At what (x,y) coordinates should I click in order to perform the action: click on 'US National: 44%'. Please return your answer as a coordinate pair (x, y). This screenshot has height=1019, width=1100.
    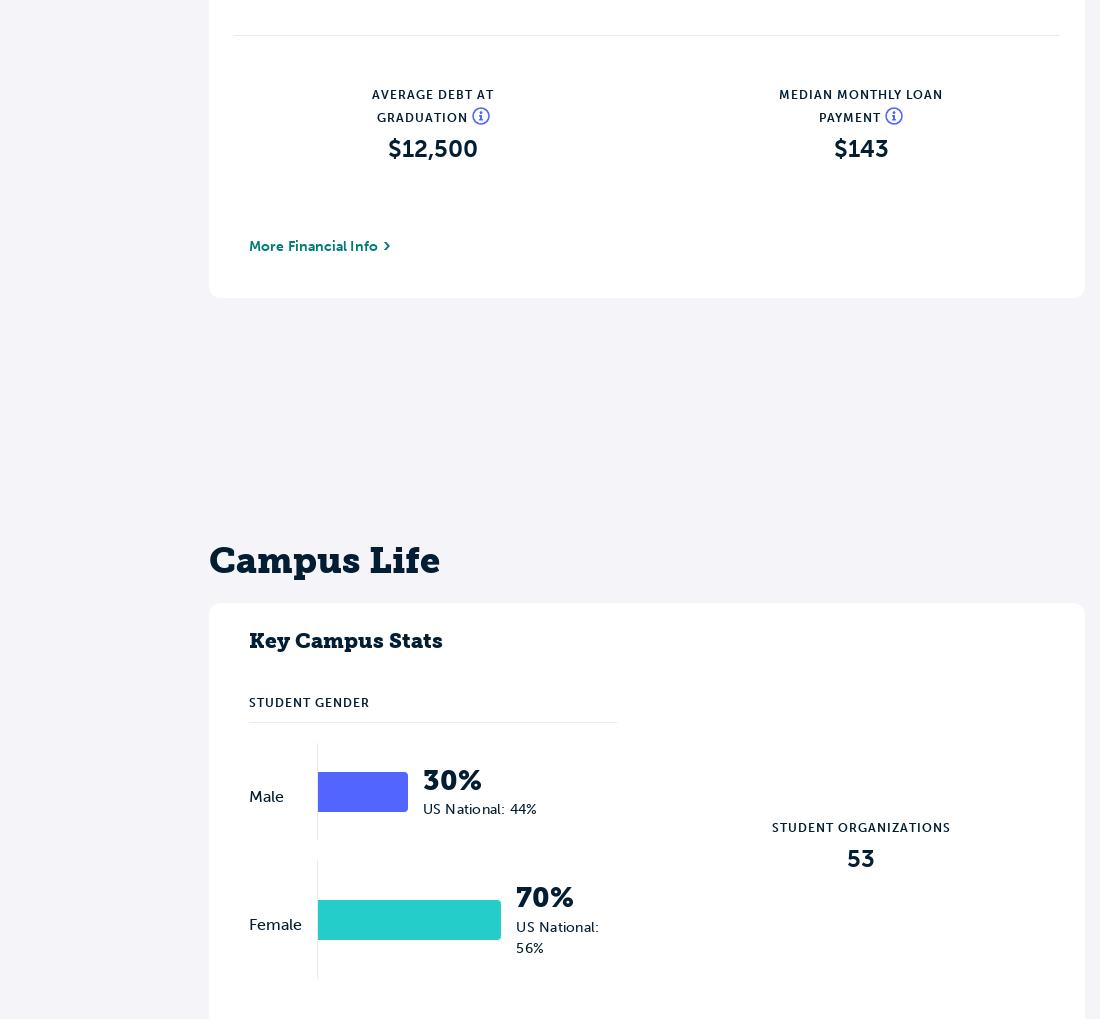
    Looking at the image, I should click on (478, 809).